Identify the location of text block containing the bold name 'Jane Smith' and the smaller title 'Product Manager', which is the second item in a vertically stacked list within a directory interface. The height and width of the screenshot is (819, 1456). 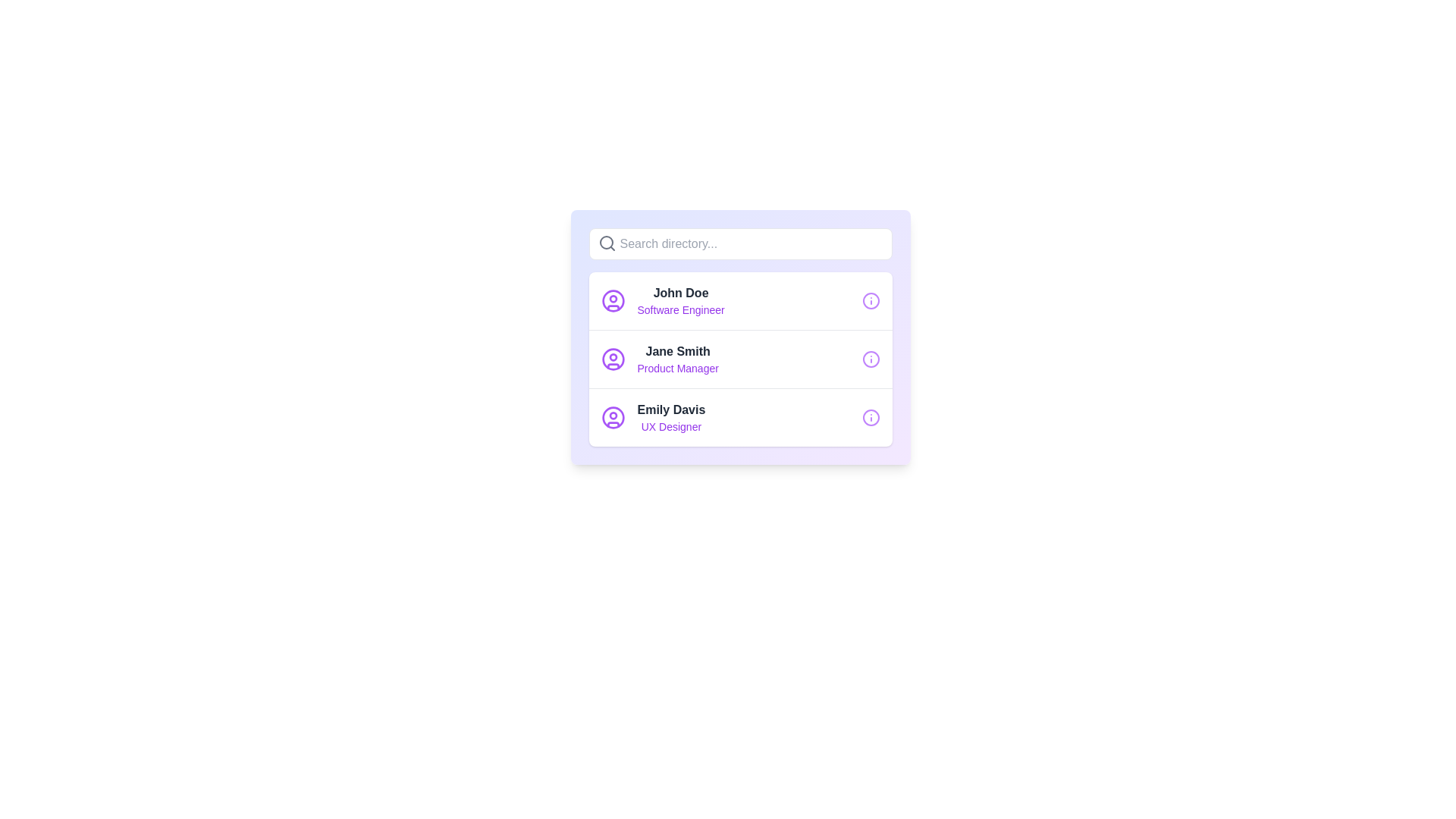
(677, 359).